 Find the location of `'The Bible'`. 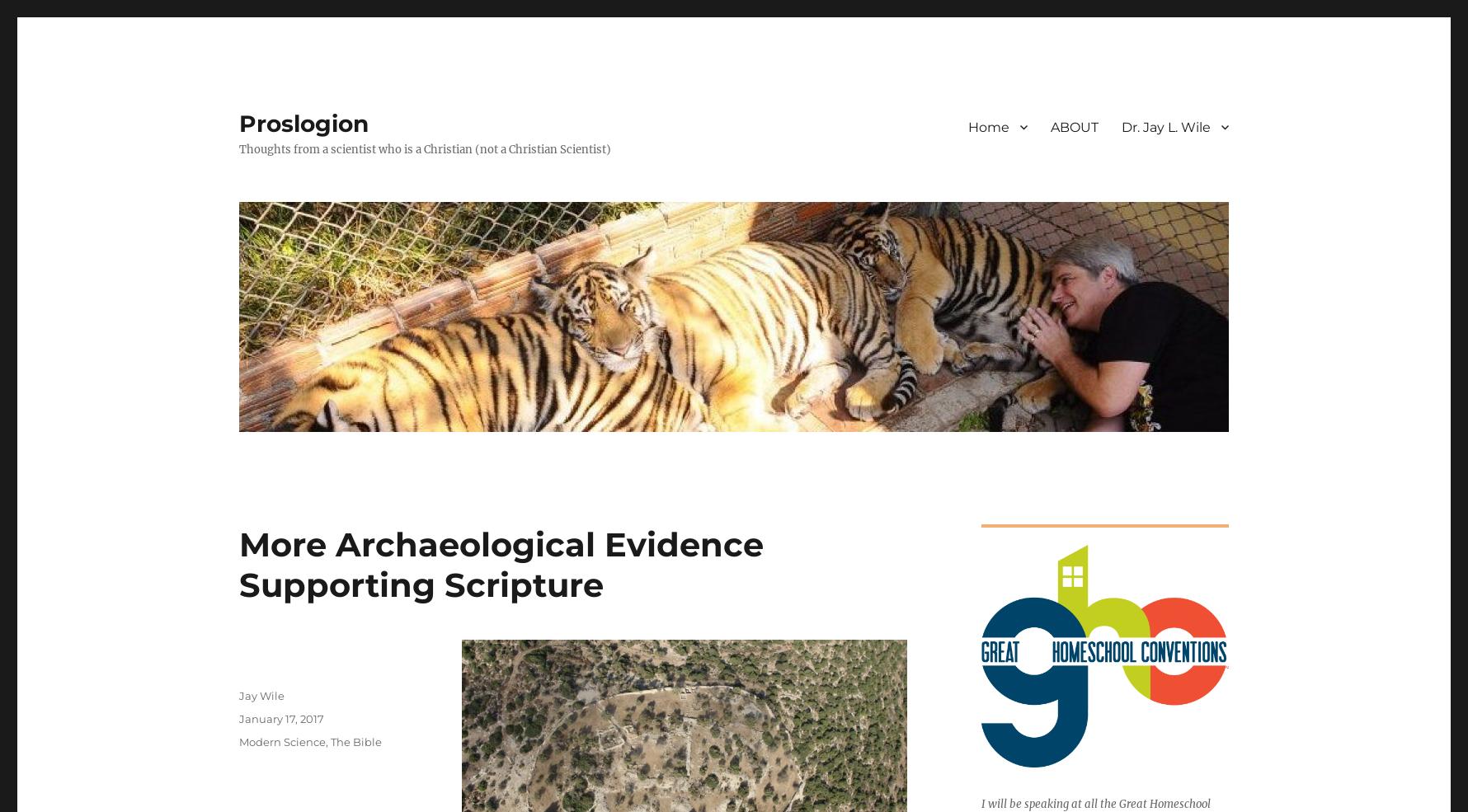

'The Bible' is located at coordinates (355, 741).